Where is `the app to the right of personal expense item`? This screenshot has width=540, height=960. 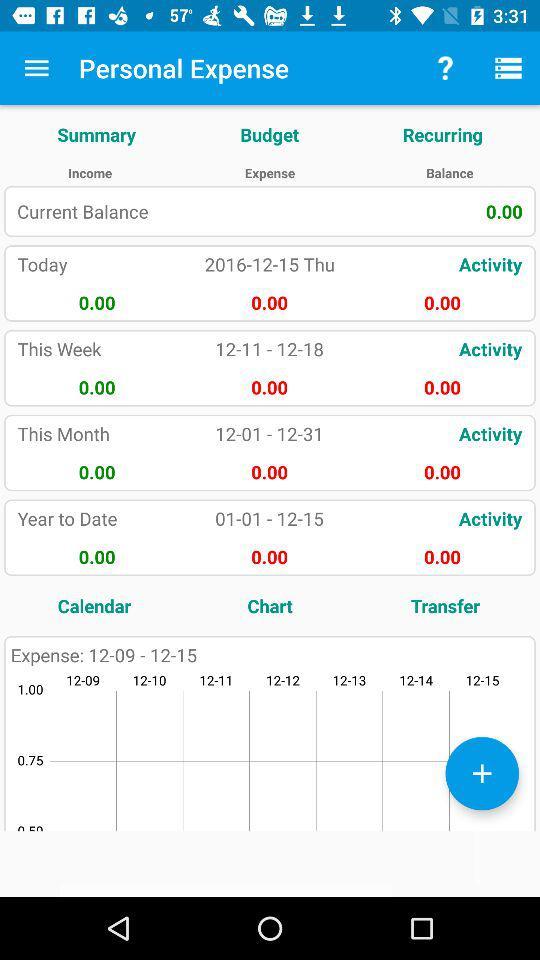 the app to the right of personal expense item is located at coordinates (445, 68).